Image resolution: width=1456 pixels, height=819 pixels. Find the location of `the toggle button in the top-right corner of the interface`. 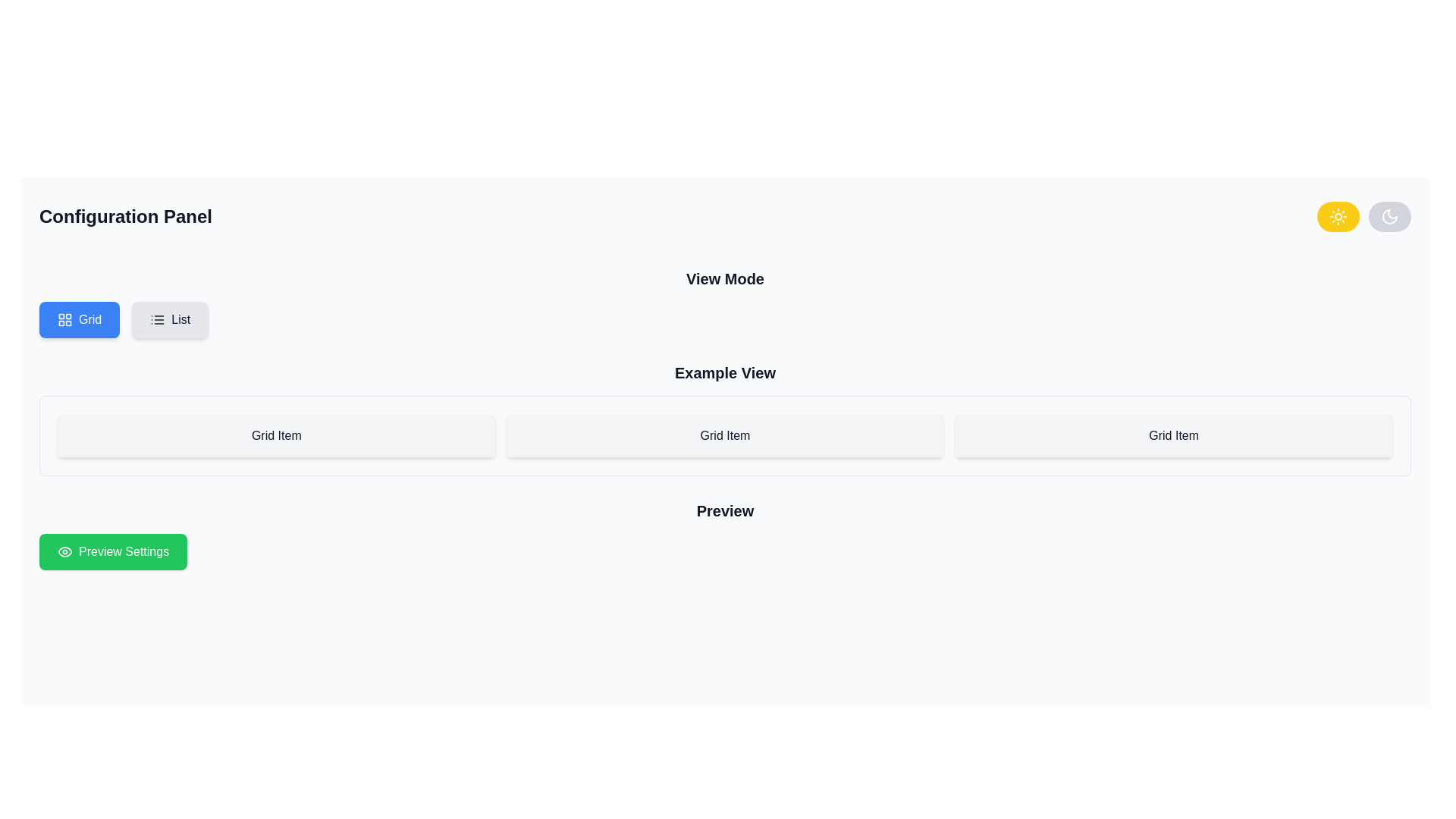

the toggle button in the top-right corner of the interface is located at coordinates (1338, 216).